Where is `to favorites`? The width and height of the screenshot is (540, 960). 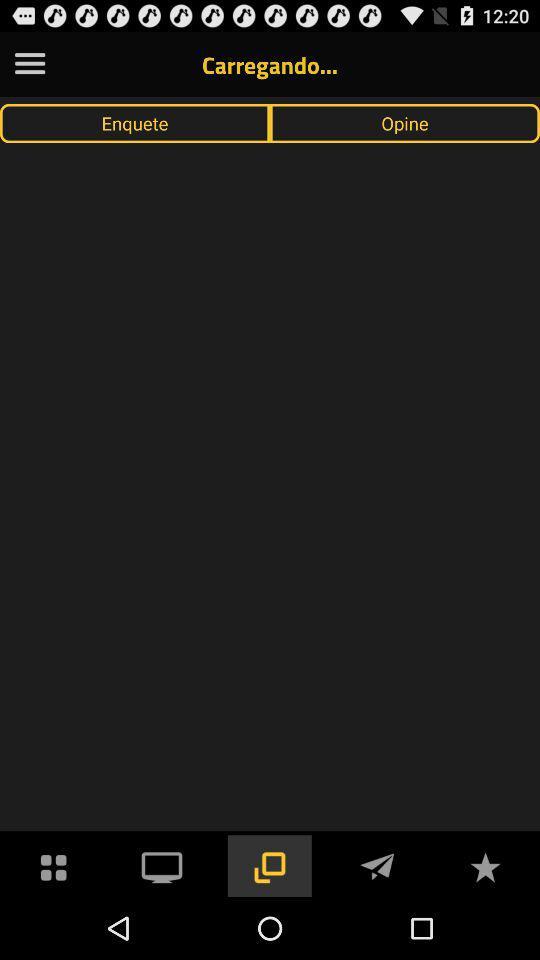
to favorites is located at coordinates (484, 864).